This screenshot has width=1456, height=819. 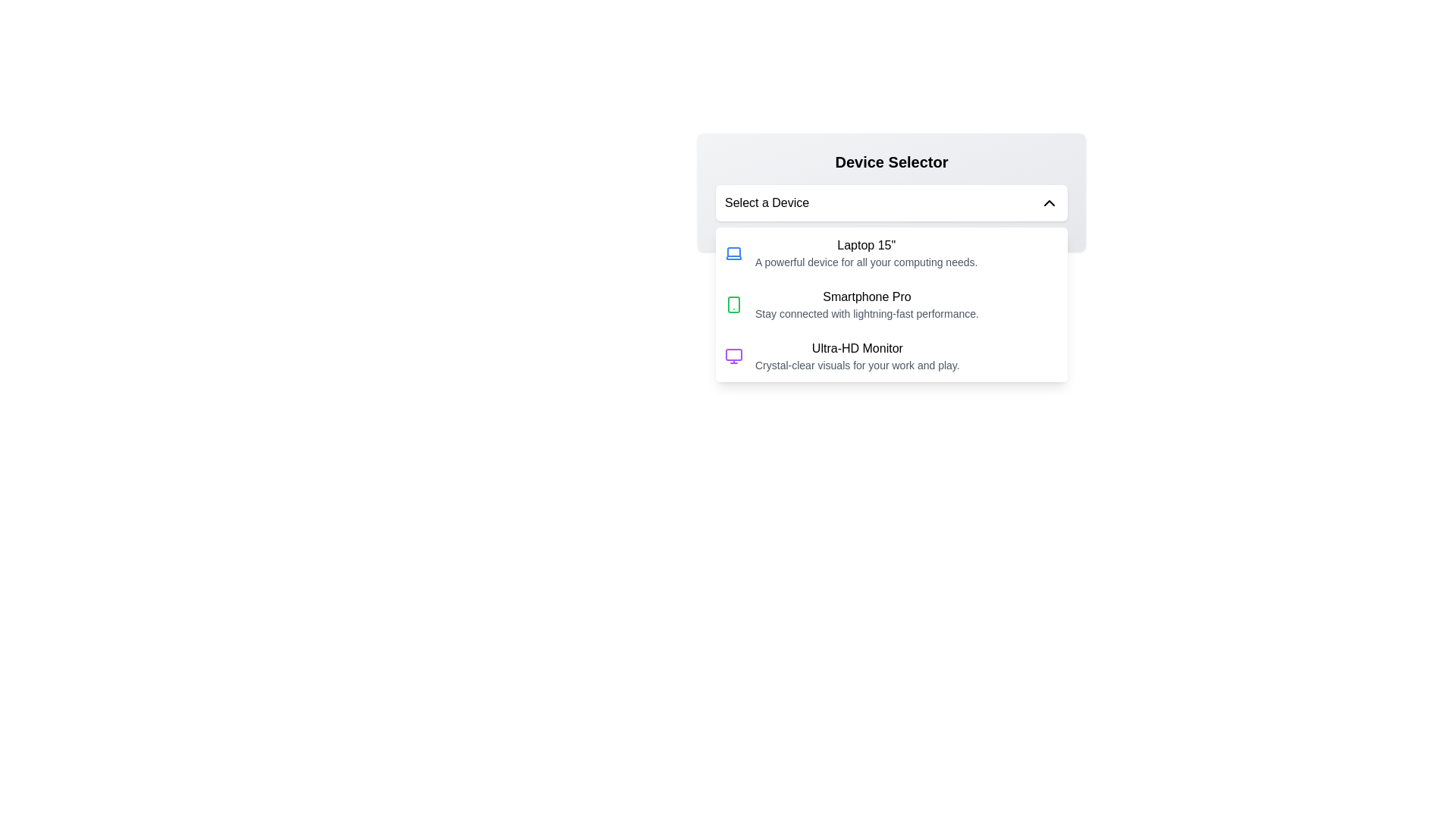 What do you see at coordinates (866, 253) in the screenshot?
I see `the first menu option in the dropdown titled 'Device Selector', which states 'Laptop 15"' and provides a description below it` at bounding box center [866, 253].